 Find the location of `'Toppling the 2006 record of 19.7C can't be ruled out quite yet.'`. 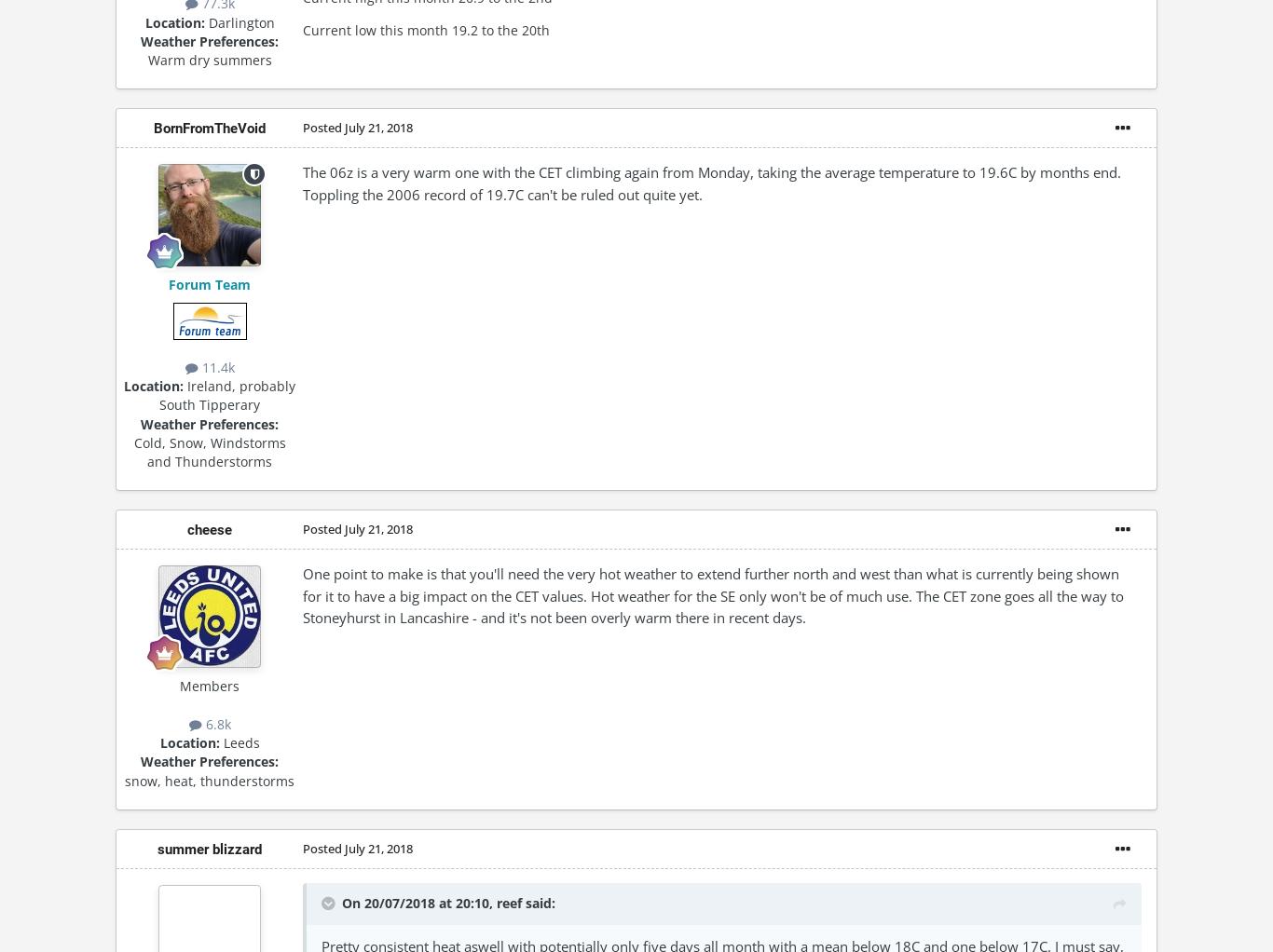

'Toppling the 2006 record of 19.7C can't be ruled out quite yet.' is located at coordinates (502, 193).